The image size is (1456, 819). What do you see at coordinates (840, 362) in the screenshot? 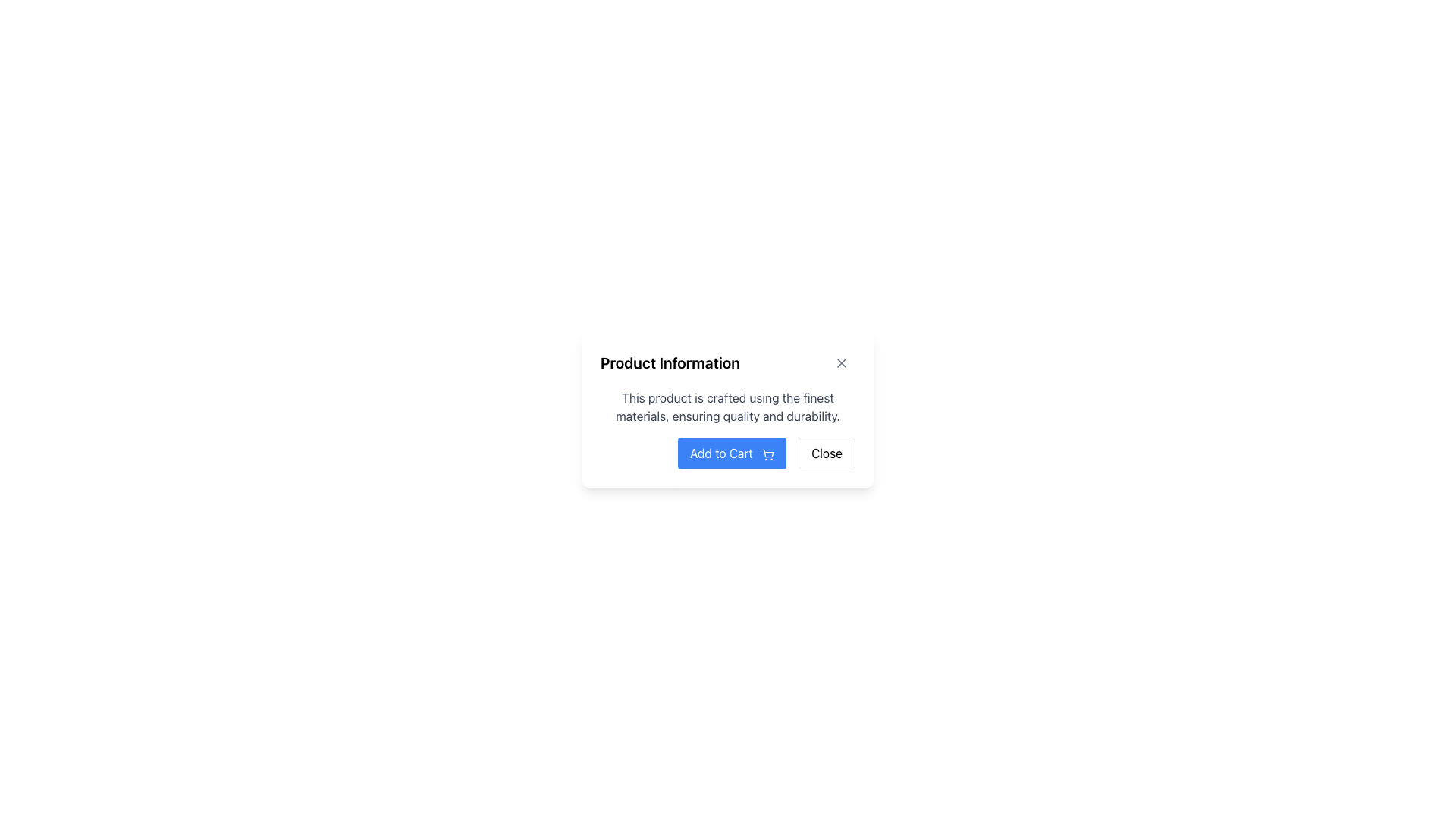
I see `the Close Icon Button located in the top-right corner of the modal` at bounding box center [840, 362].